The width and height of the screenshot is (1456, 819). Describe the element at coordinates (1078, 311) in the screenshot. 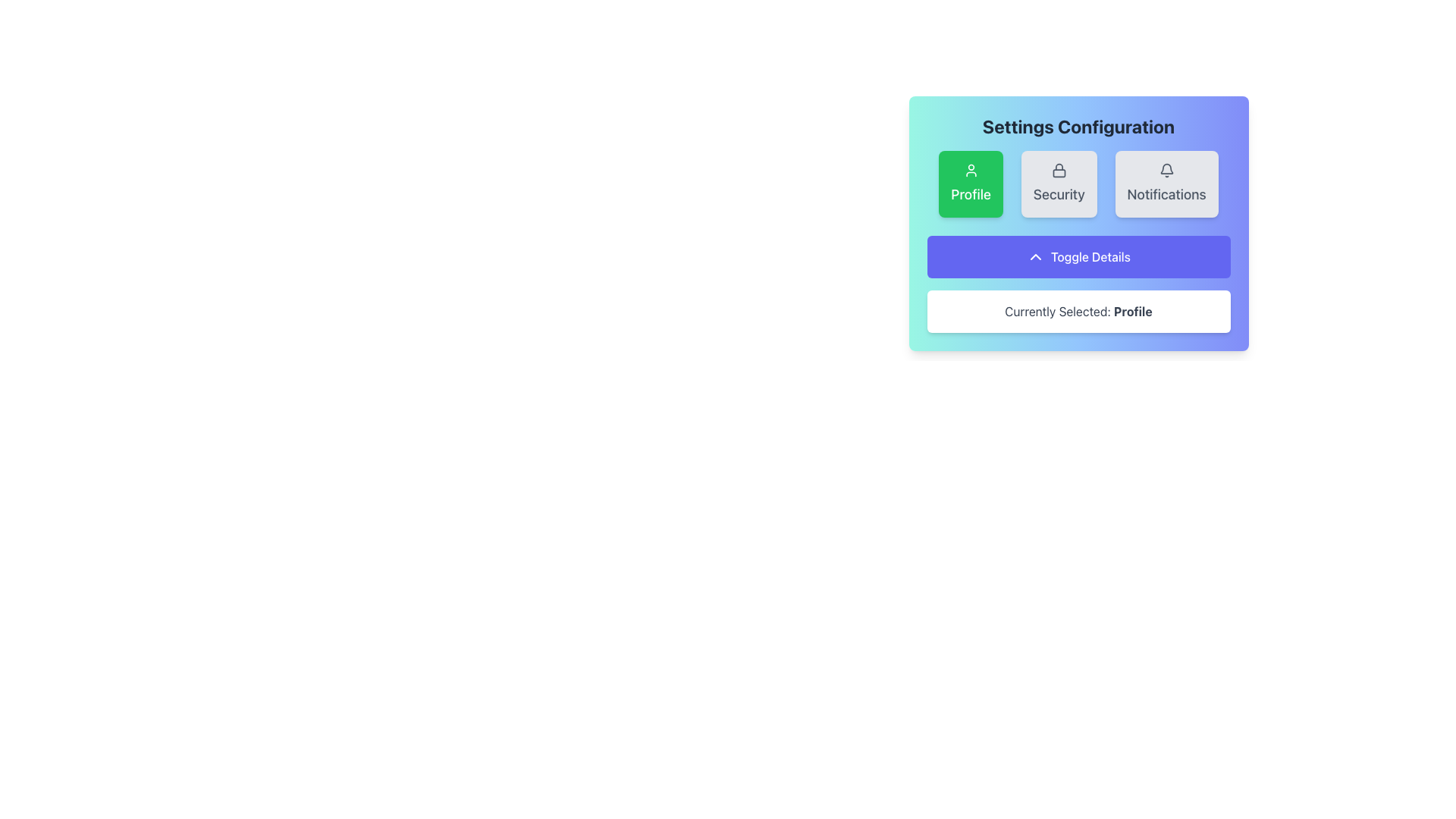

I see `the Informational Label indicating the currently selected item 'Profile', located beneath the 'Toggle Details' button` at that location.